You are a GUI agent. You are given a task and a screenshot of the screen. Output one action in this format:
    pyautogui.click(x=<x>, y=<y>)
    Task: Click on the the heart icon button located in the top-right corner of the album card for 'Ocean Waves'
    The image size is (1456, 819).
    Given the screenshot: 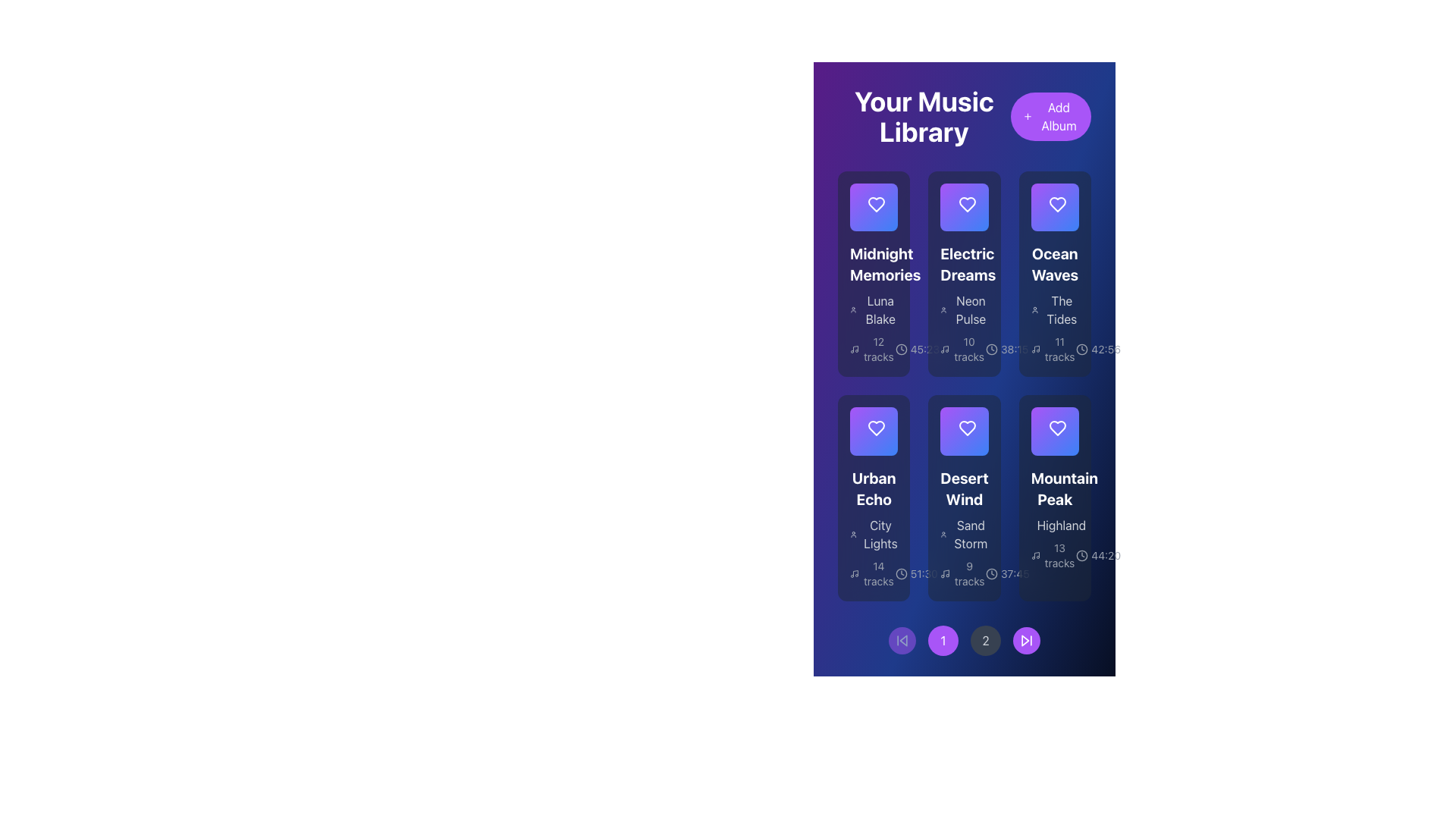 What is the action you would take?
    pyautogui.click(x=1057, y=207)
    